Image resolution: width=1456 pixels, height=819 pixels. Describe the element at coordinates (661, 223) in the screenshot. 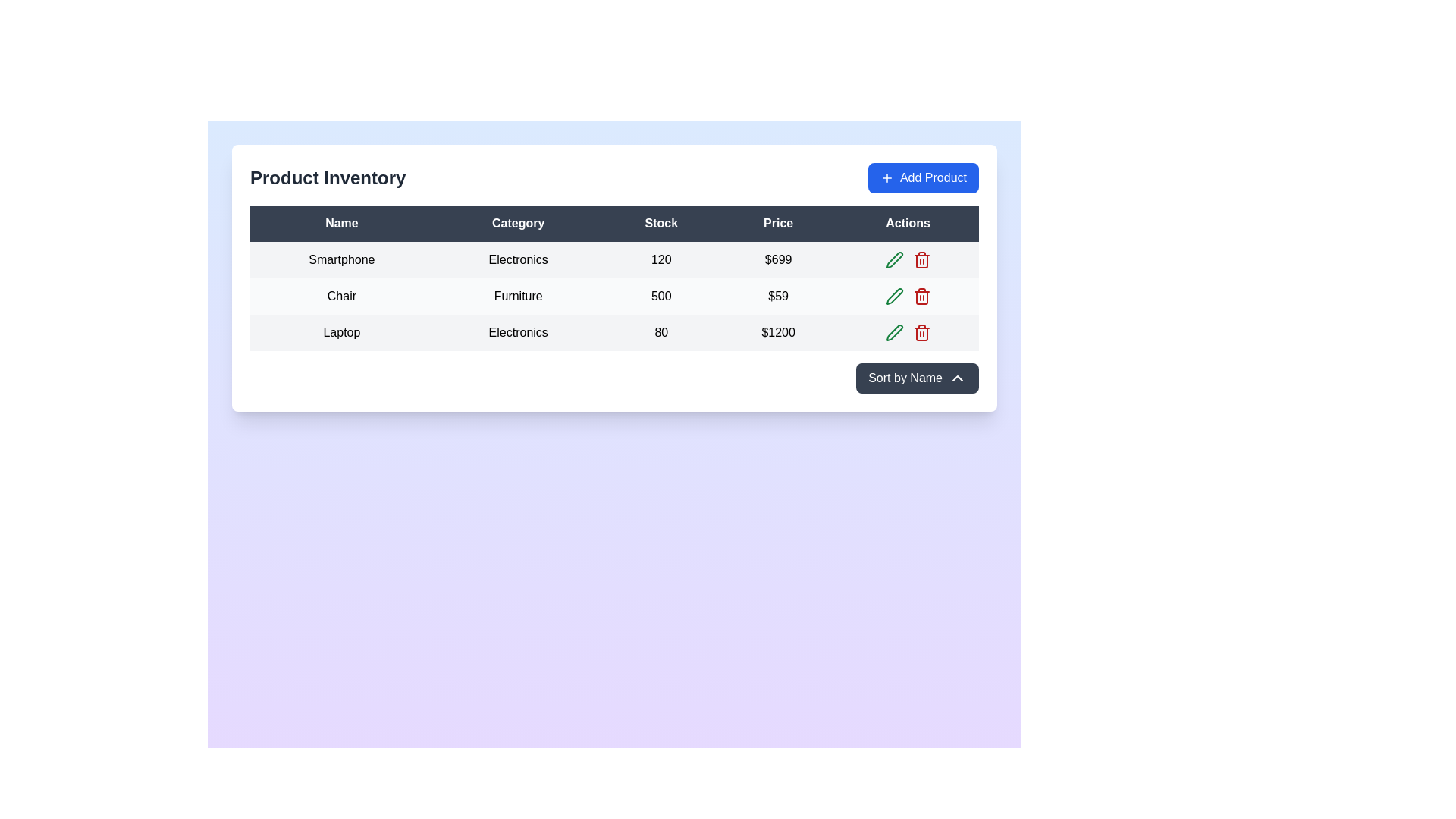

I see `the 'Stock' table header, which is the third header in the product inventory table` at that location.